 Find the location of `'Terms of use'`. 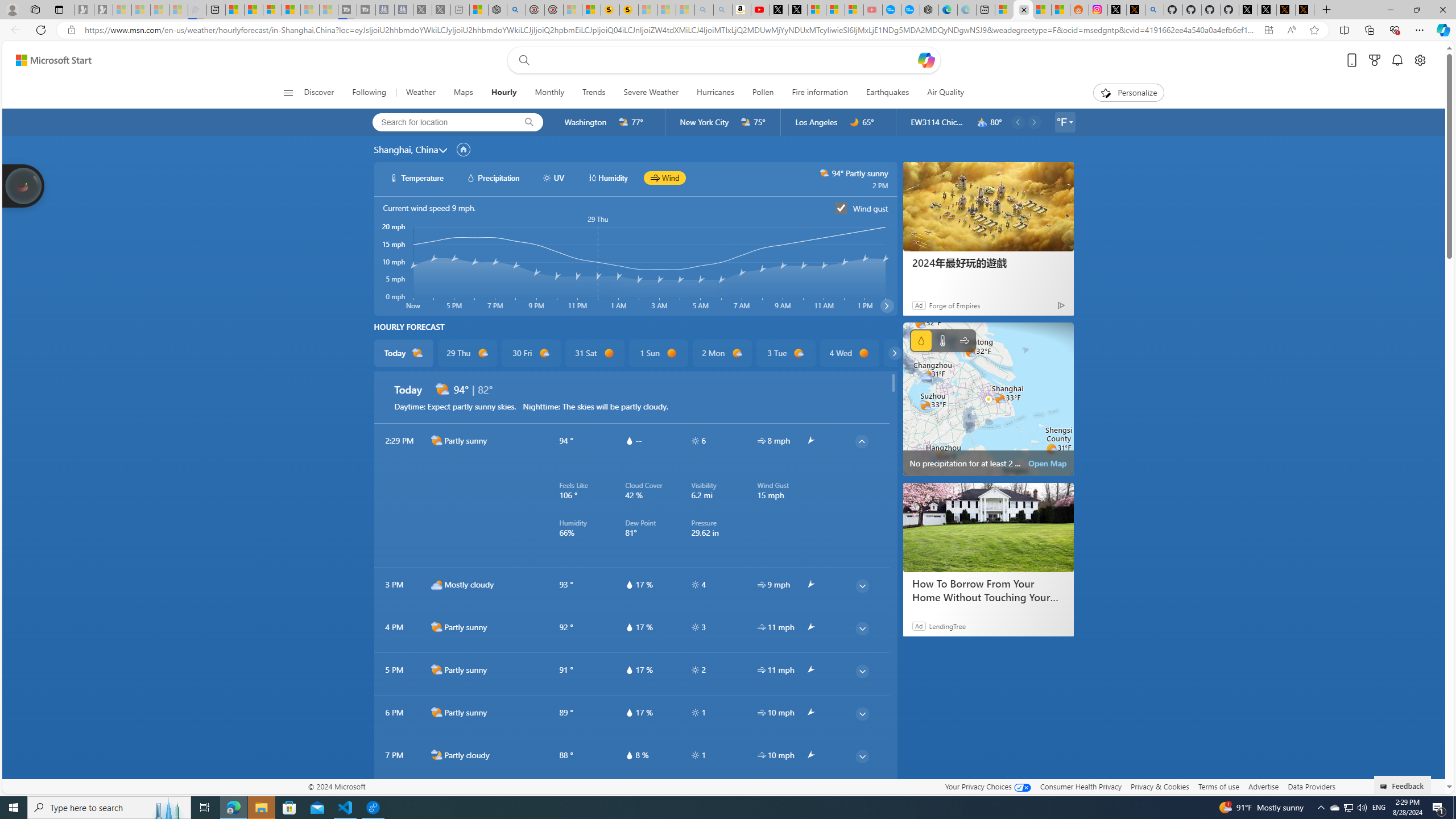

'Terms of use' is located at coordinates (1218, 786).